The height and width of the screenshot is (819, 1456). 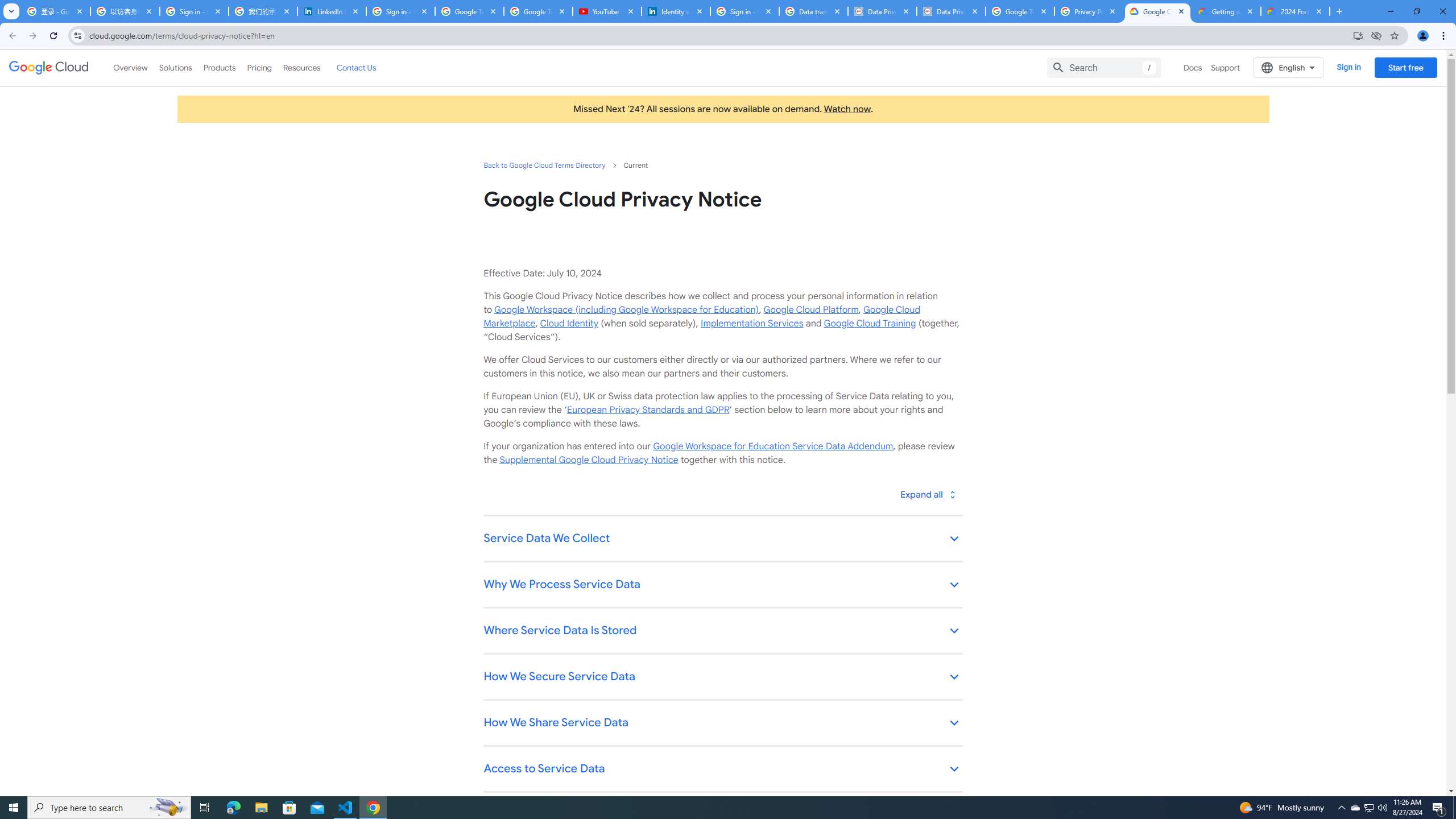 What do you see at coordinates (950, 11) in the screenshot?
I see `'Data Privacy Framework'` at bounding box center [950, 11].